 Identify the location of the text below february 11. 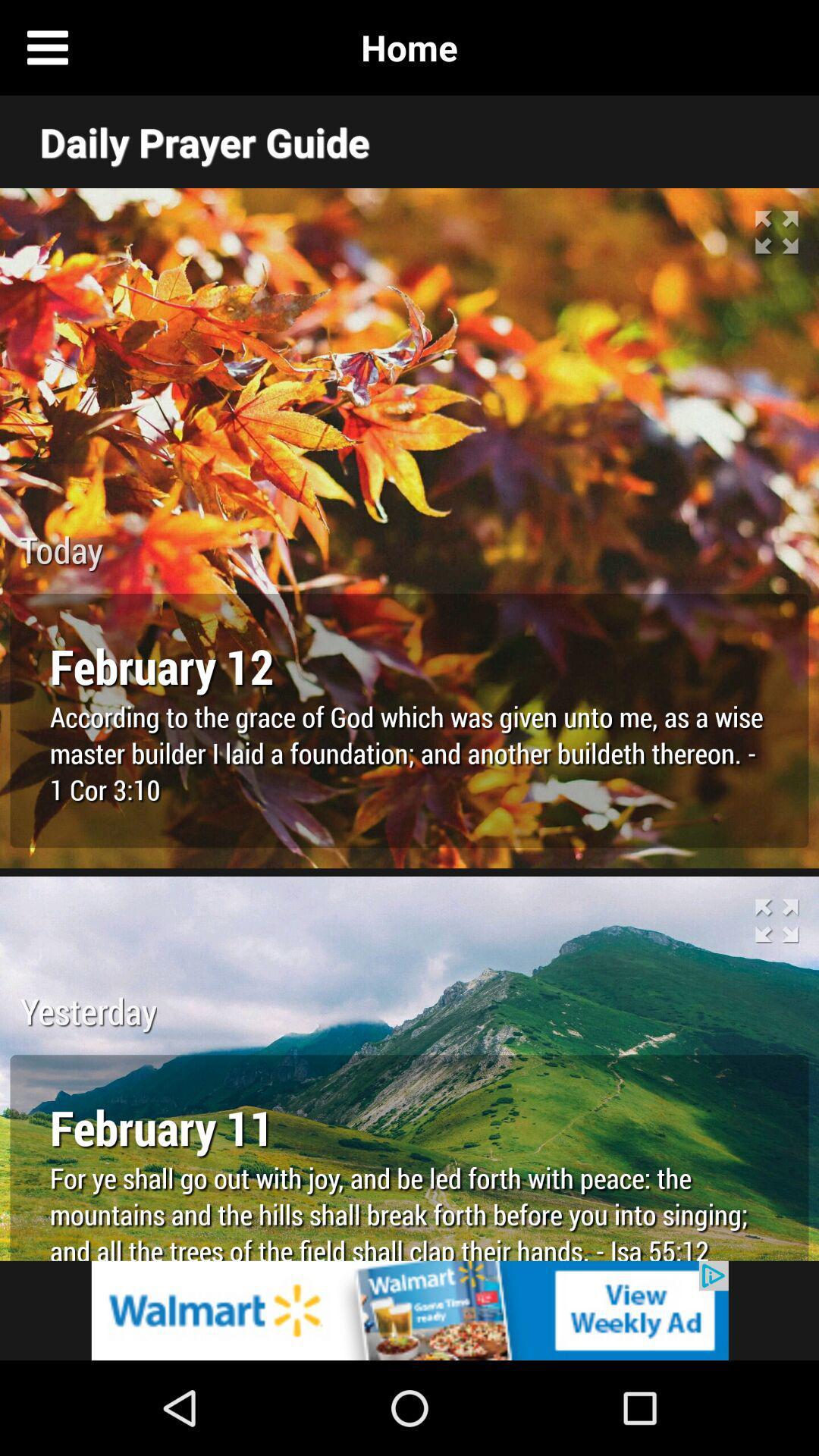
(409, 1210).